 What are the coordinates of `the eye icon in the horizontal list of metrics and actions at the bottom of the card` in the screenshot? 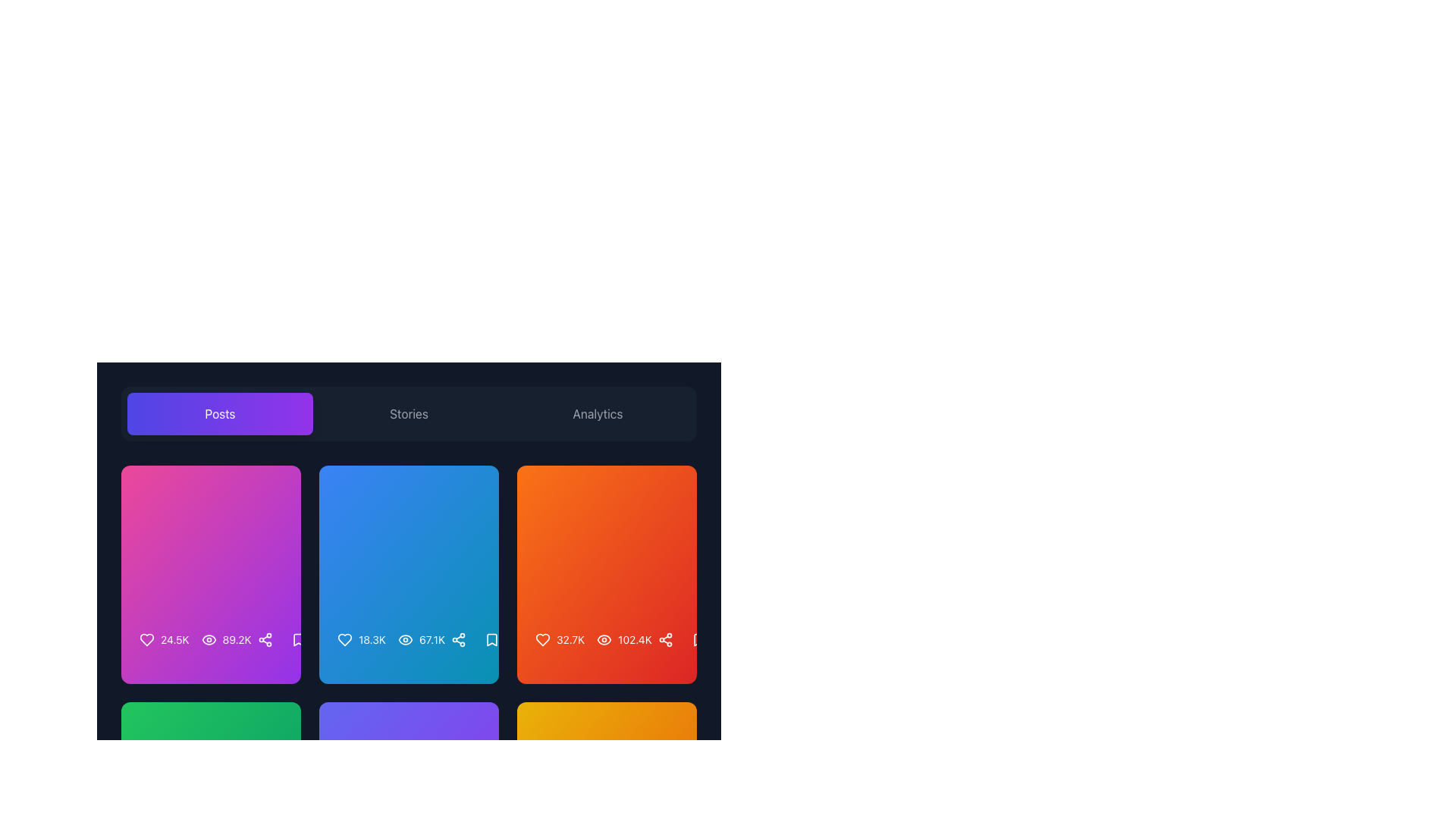 It's located at (210, 646).